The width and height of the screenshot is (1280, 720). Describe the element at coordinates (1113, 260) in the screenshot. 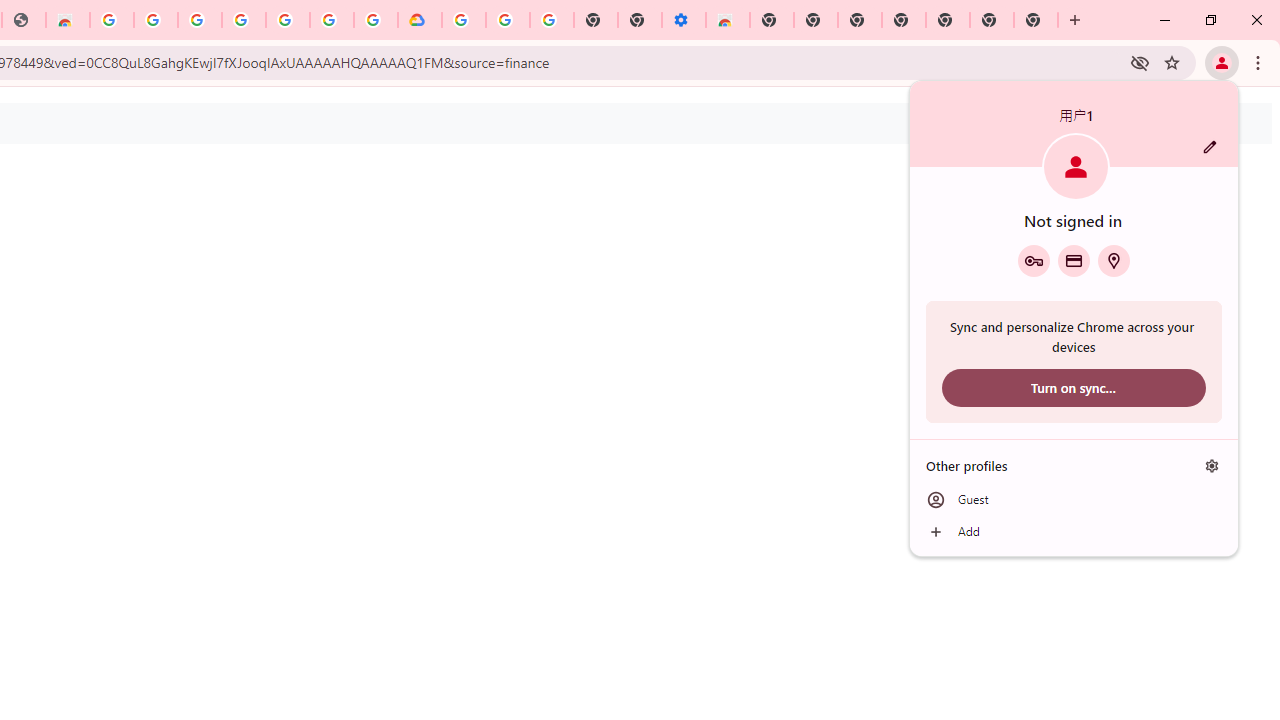

I see `'Addresses and more'` at that location.